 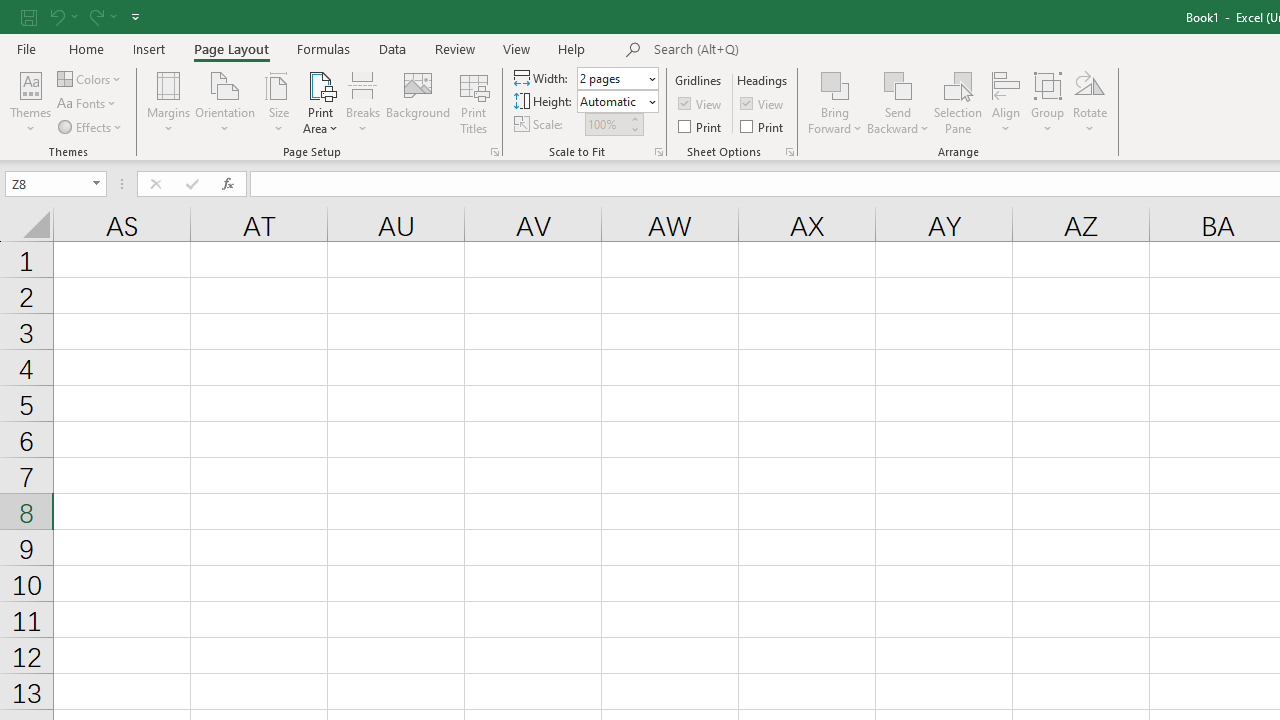 What do you see at coordinates (87, 103) in the screenshot?
I see `'Fonts'` at bounding box center [87, 103].